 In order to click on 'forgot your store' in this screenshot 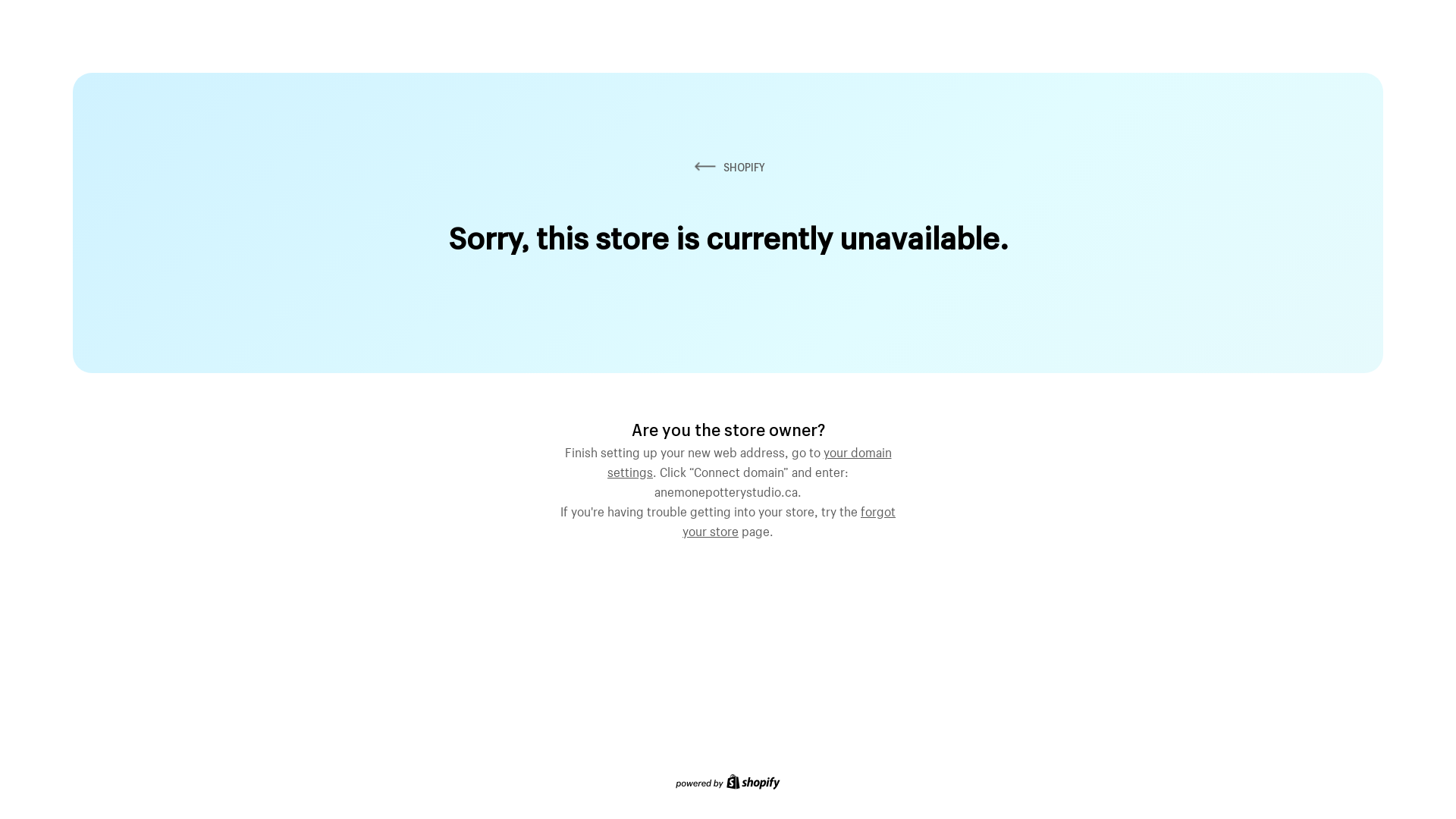, I will do `click(789, 519)`.